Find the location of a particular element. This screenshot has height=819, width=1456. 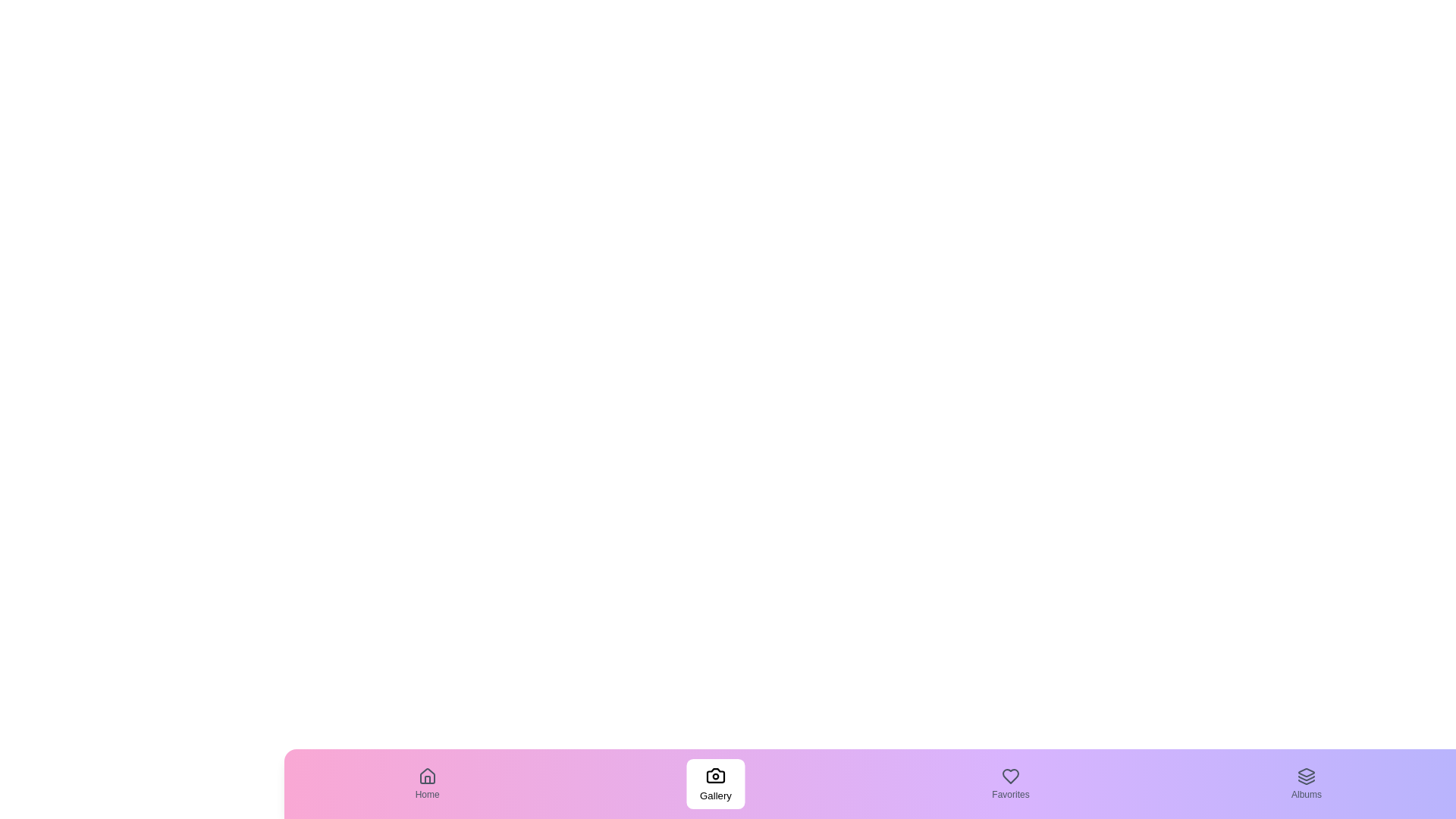

the albums tab in the navigation bar is located at coordinates (1306, 783).